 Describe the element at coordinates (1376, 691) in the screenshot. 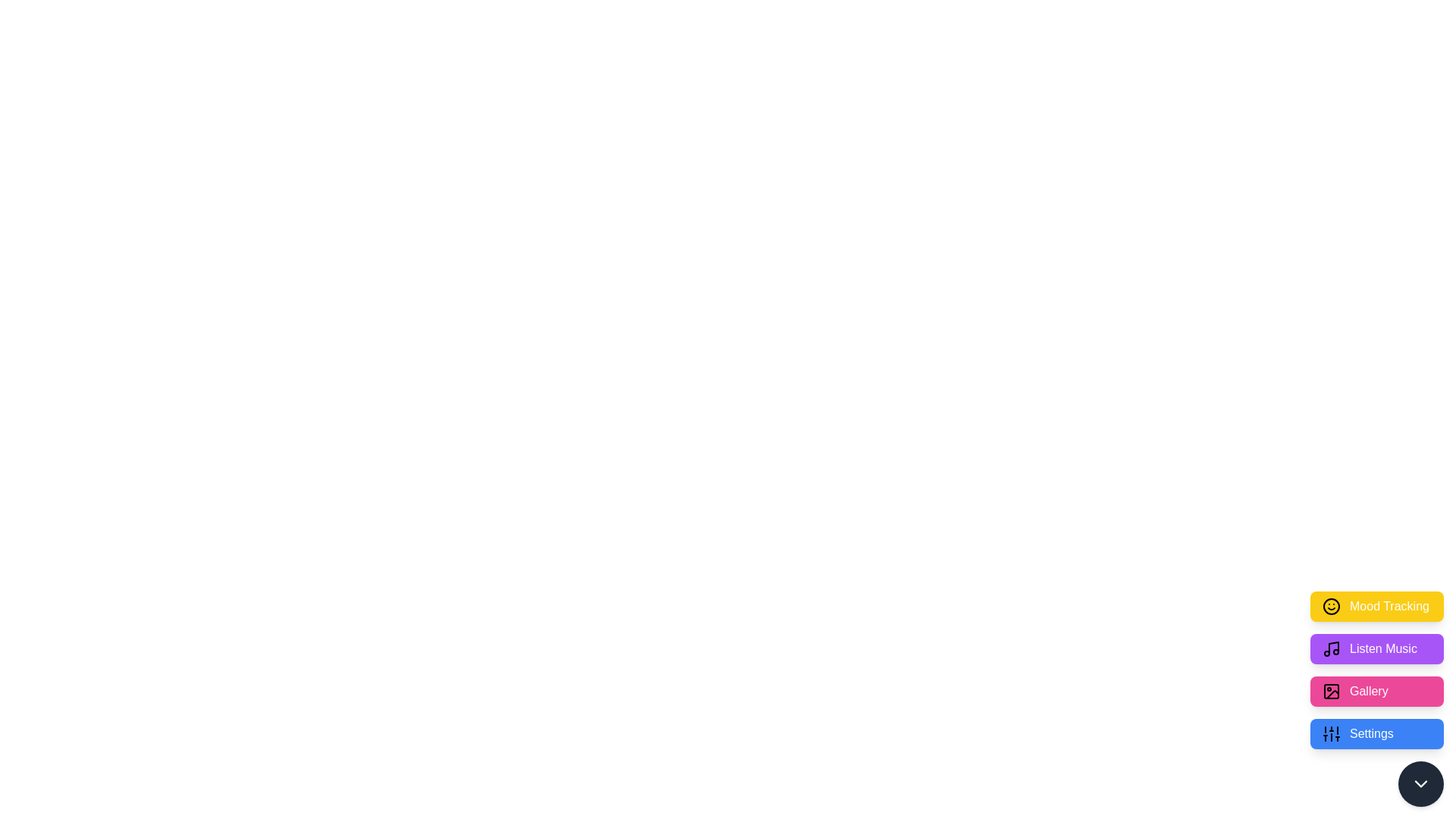

I see `the 'Gallery' button to activate the action` at that location.